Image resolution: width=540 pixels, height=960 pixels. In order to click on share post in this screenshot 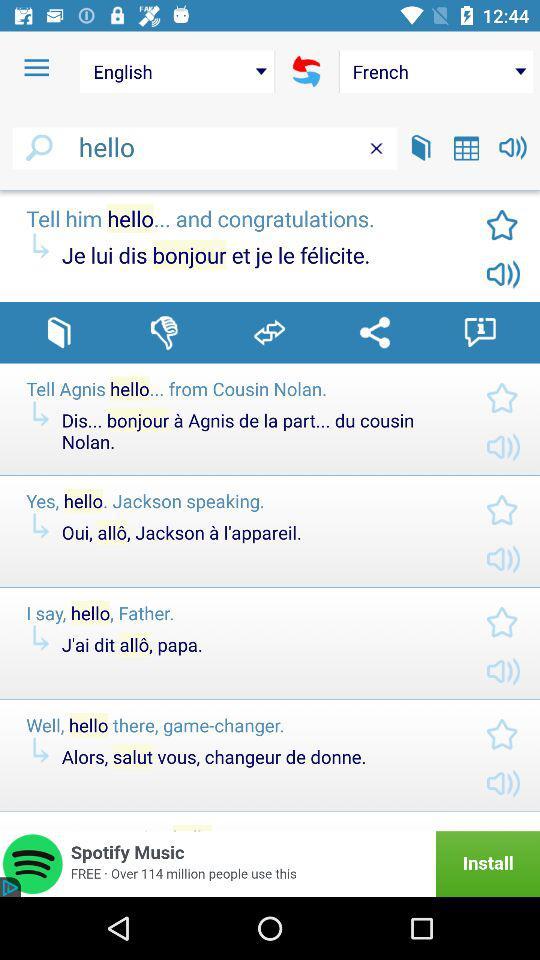, I will do `click(269, 332)`.